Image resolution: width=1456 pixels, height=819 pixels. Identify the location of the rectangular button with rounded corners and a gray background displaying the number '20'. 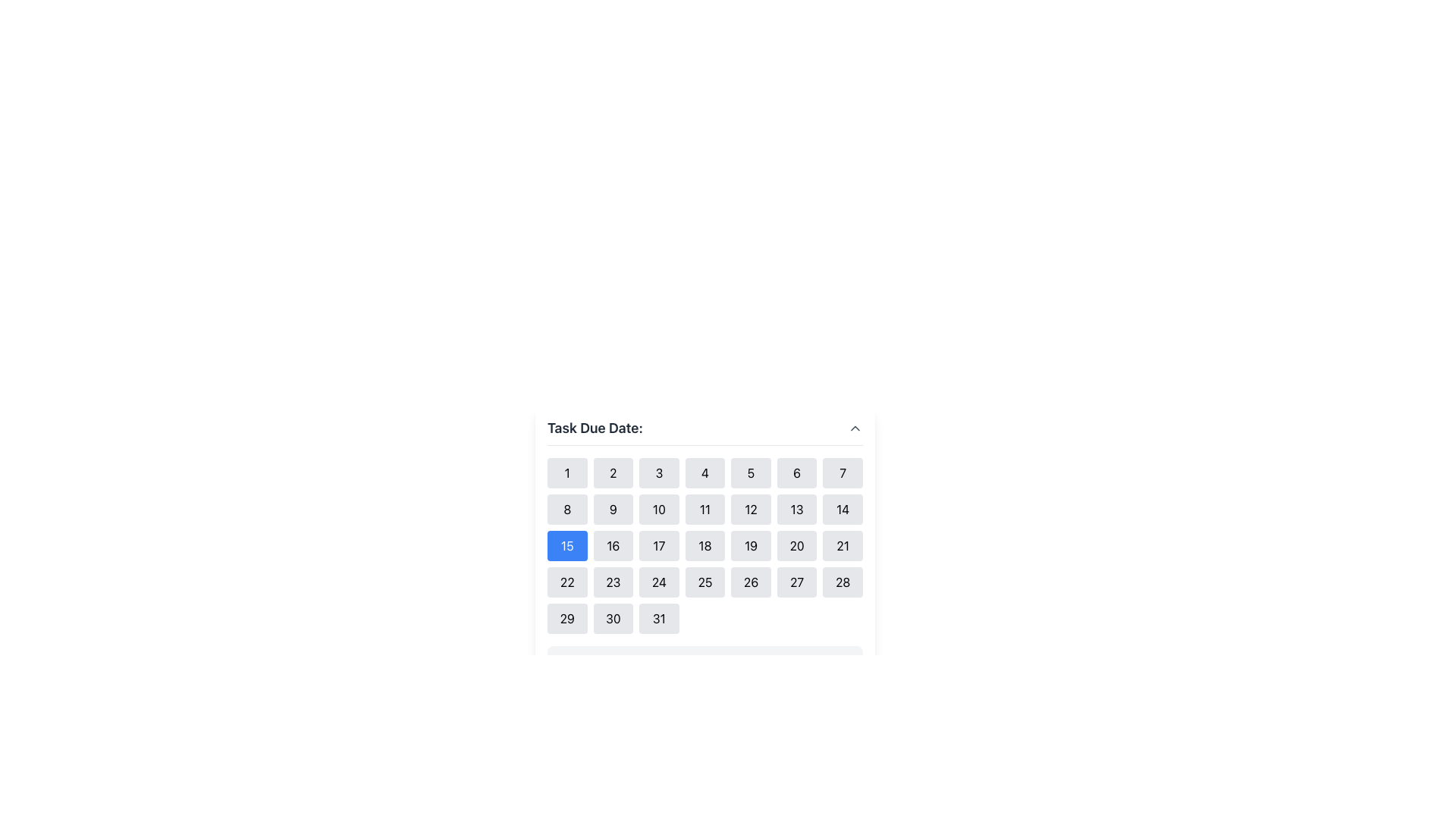
(796, 546).